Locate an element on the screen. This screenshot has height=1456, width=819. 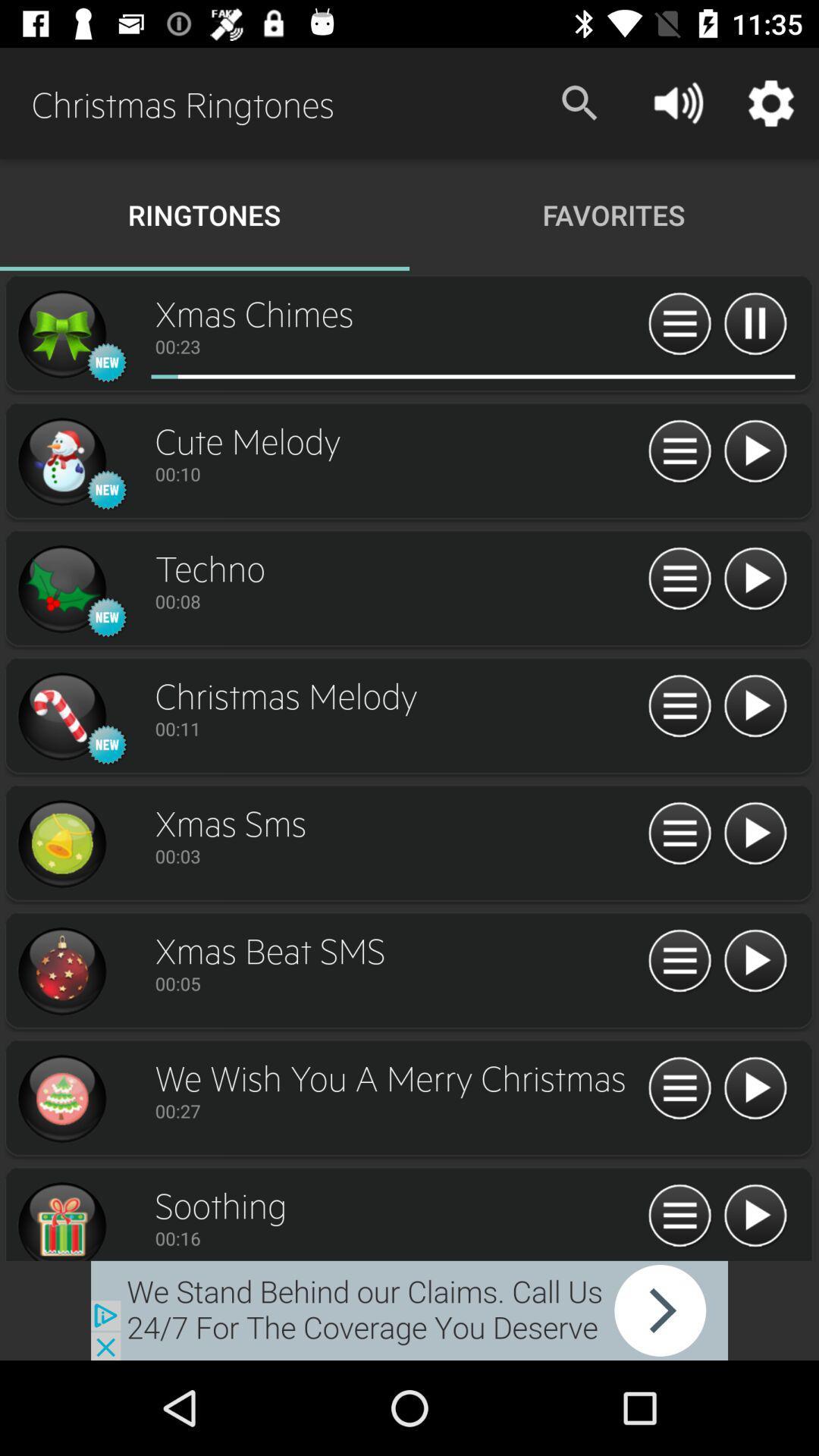
more is located at coordinates (679, 579).